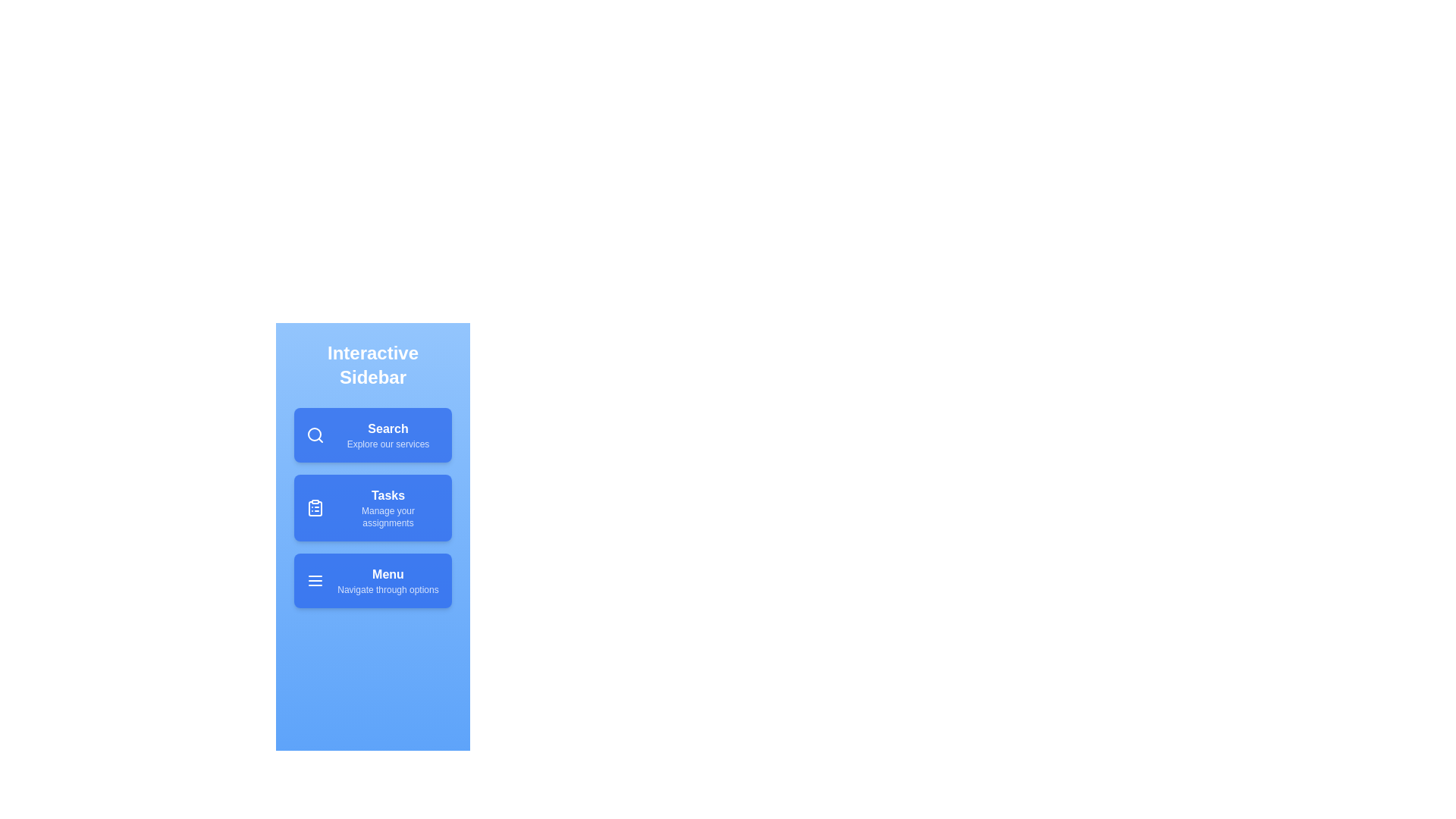 The height and width of the screenshot is (819, 1456). I want to click on the sidebar menu item Search, so click(372, 435).